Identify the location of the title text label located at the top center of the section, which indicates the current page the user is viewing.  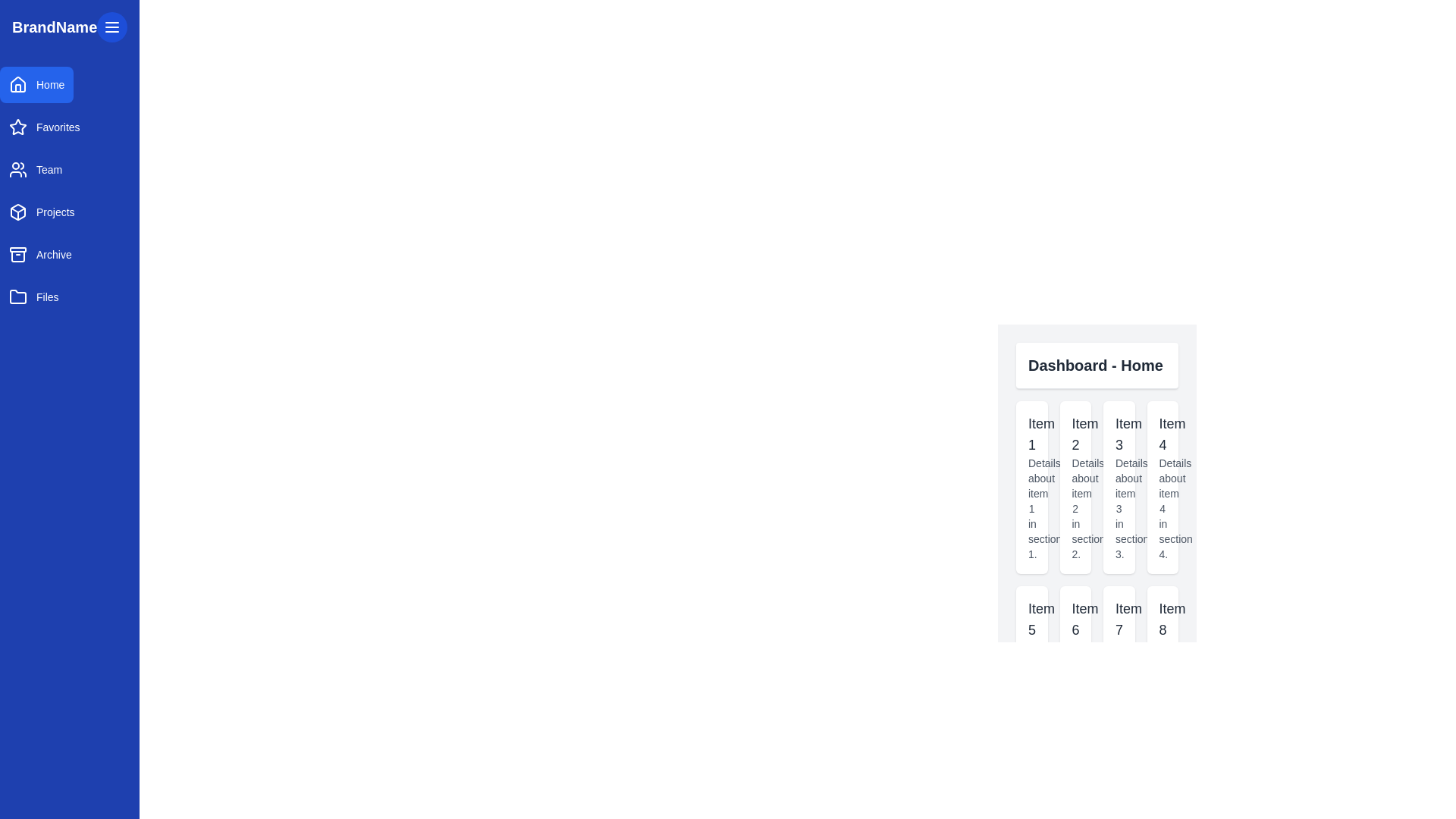
(1095, 366).